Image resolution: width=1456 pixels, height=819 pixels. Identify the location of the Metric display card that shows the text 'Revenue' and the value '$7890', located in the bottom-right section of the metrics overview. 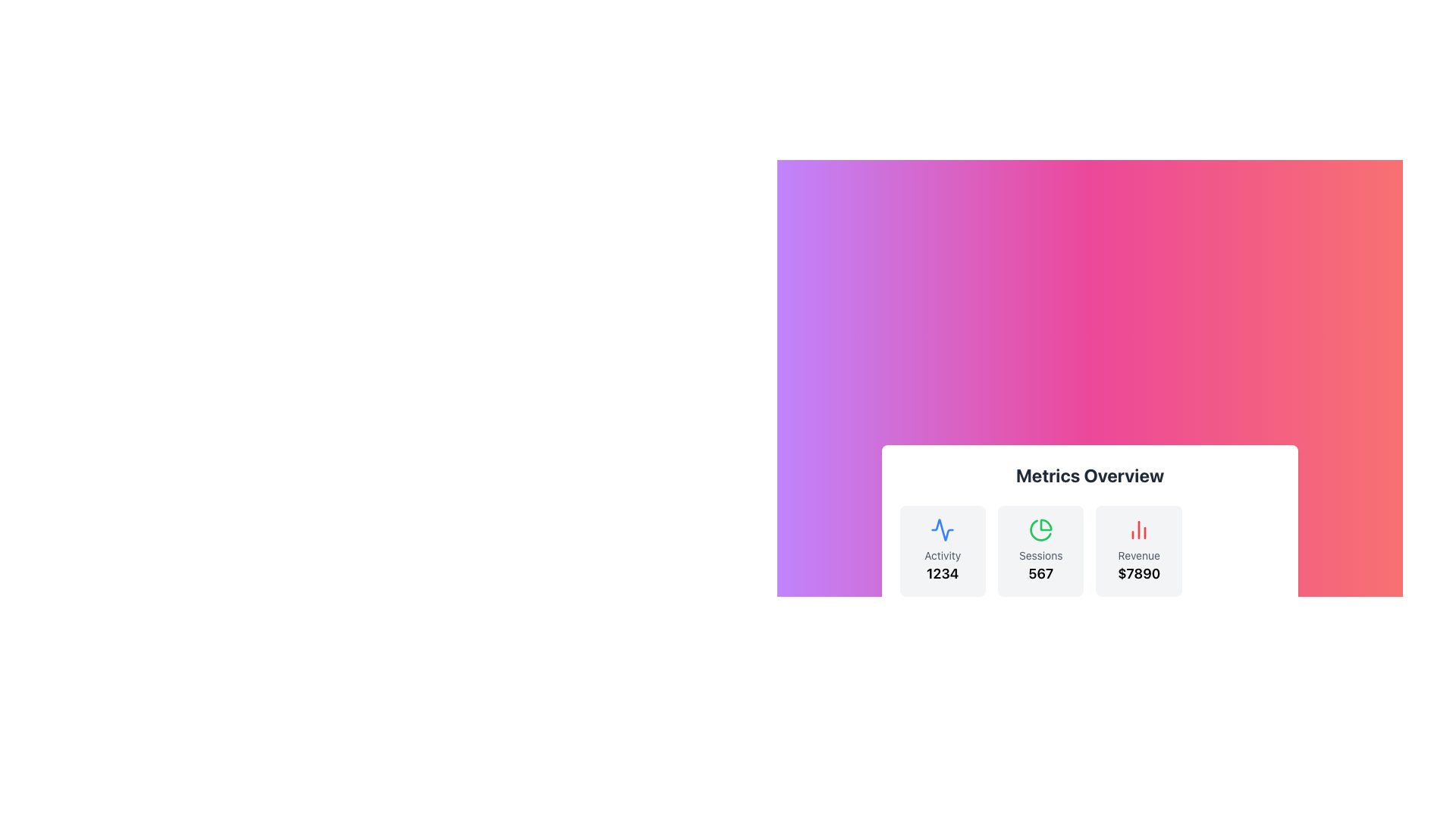
(1139, 551).